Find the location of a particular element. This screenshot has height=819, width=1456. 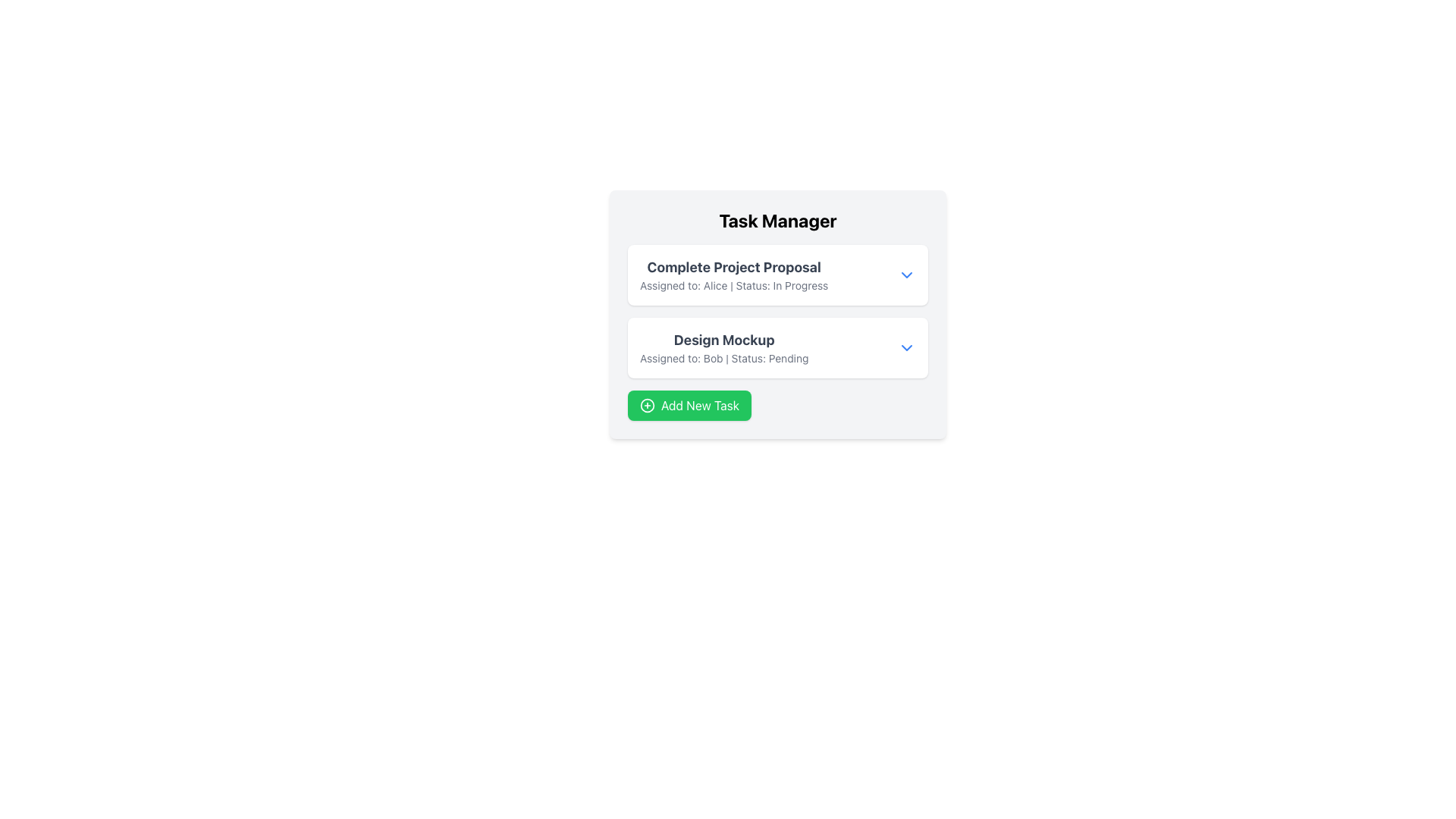

the task information card header displaying 'Complete Project Proposal' and its subtitle 'Assigned to: Alice | Status: In Progress' is located at coordinates (778, 275).